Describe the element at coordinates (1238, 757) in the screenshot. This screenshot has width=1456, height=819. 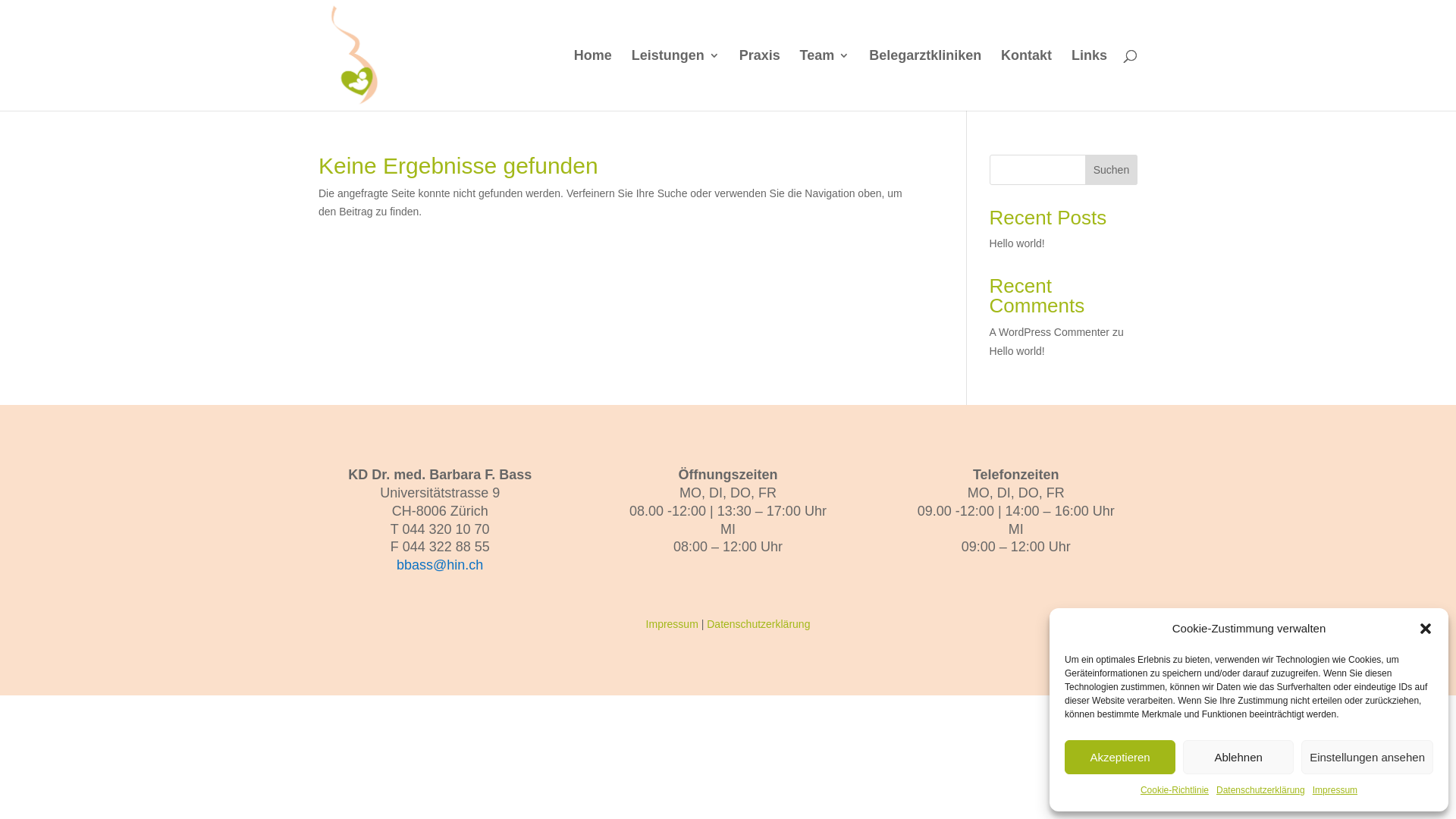
I see `'Ablehnen'` at that location.